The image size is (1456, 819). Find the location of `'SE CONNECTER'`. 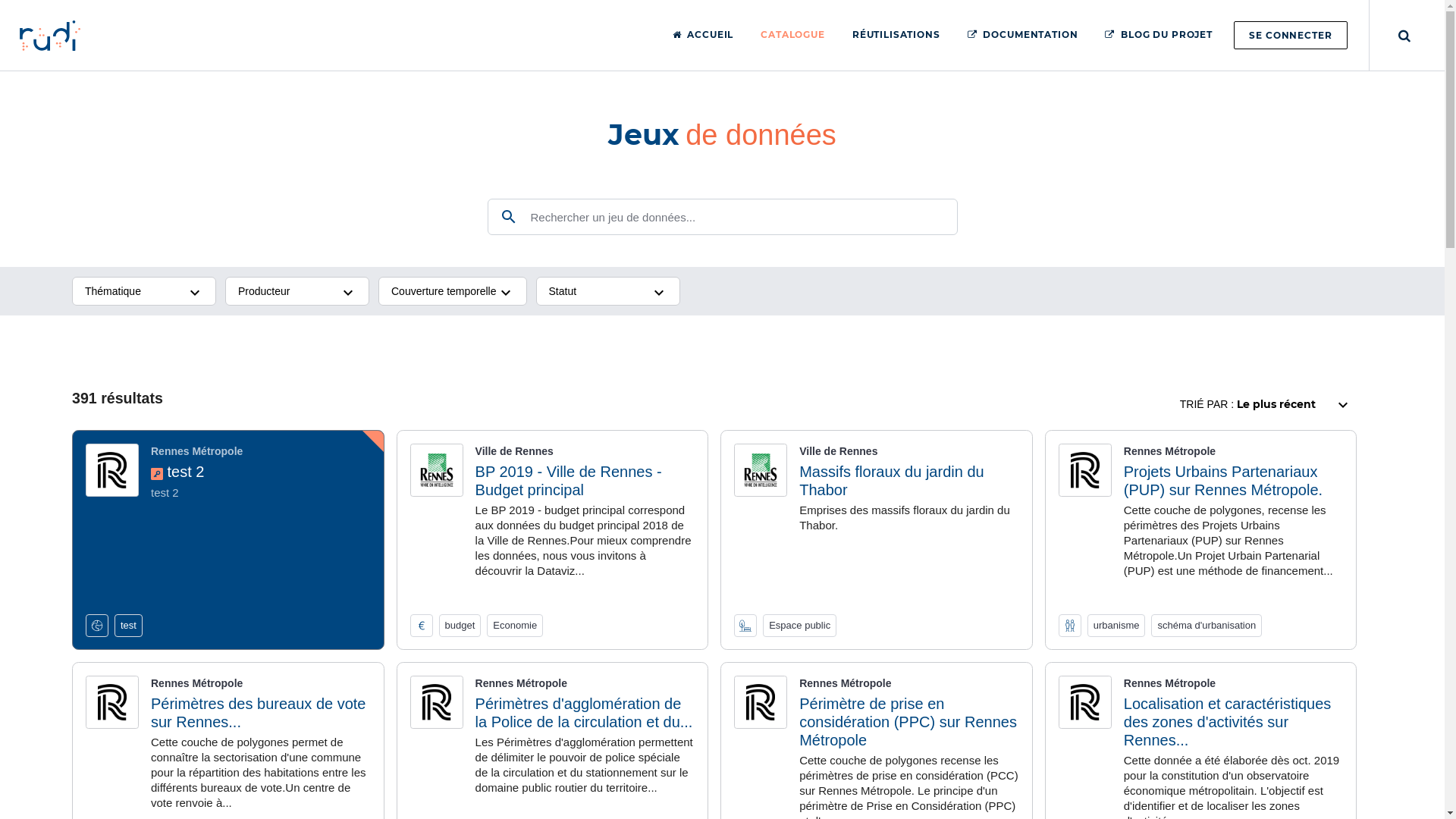

'SE CONNECTER' is located at coordinates (1290, 34).